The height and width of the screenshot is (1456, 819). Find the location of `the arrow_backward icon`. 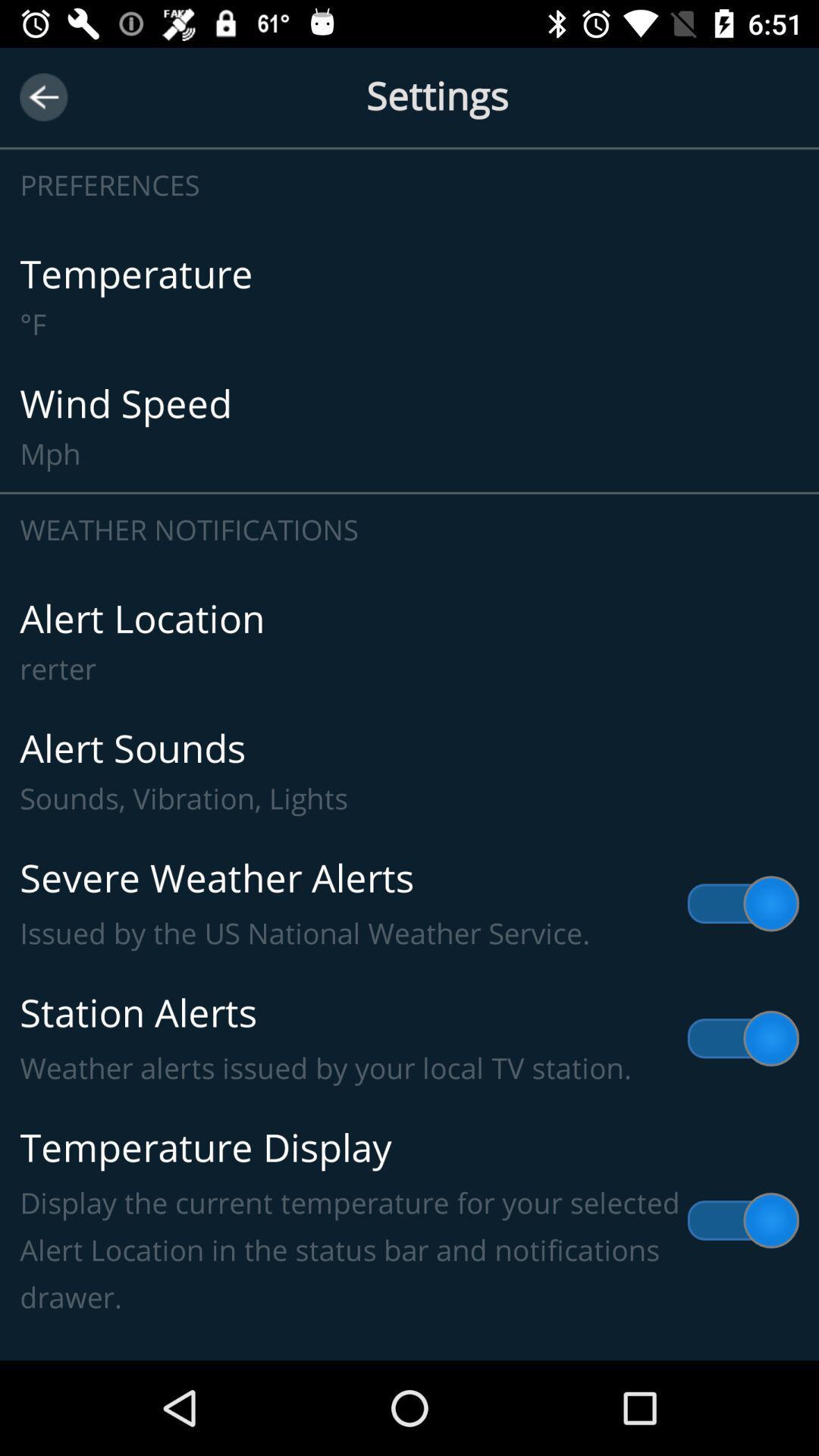

the arrow_backward icon is located at coordinates (42, 96).